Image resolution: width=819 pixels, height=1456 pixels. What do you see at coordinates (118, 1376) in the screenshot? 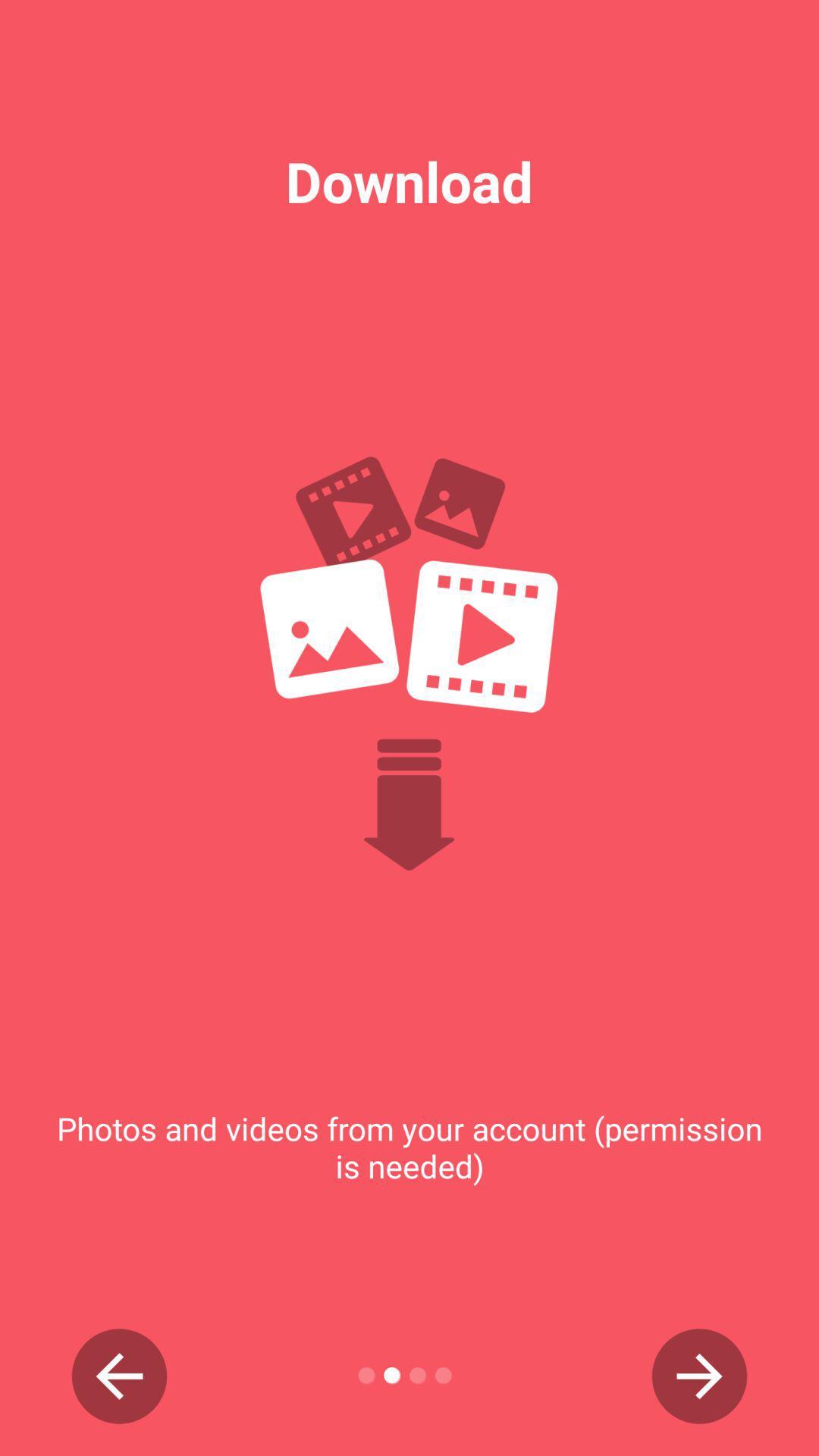
I see `item at the bottom left corner` at bounding box center [118, 1376].